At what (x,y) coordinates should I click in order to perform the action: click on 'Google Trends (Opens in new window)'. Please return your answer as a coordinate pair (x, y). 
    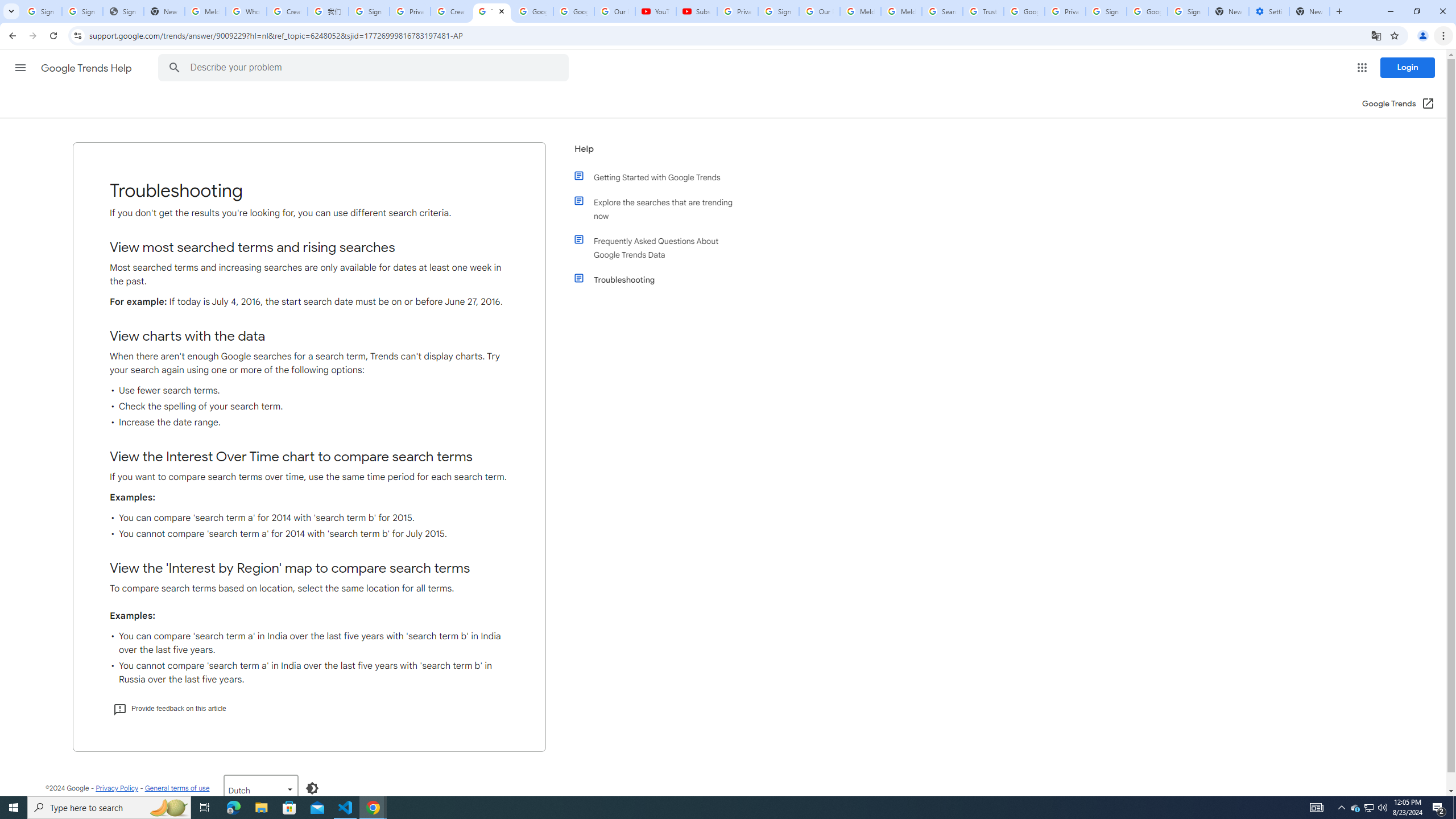
    Looking at the image, I should click on (1398, 103).